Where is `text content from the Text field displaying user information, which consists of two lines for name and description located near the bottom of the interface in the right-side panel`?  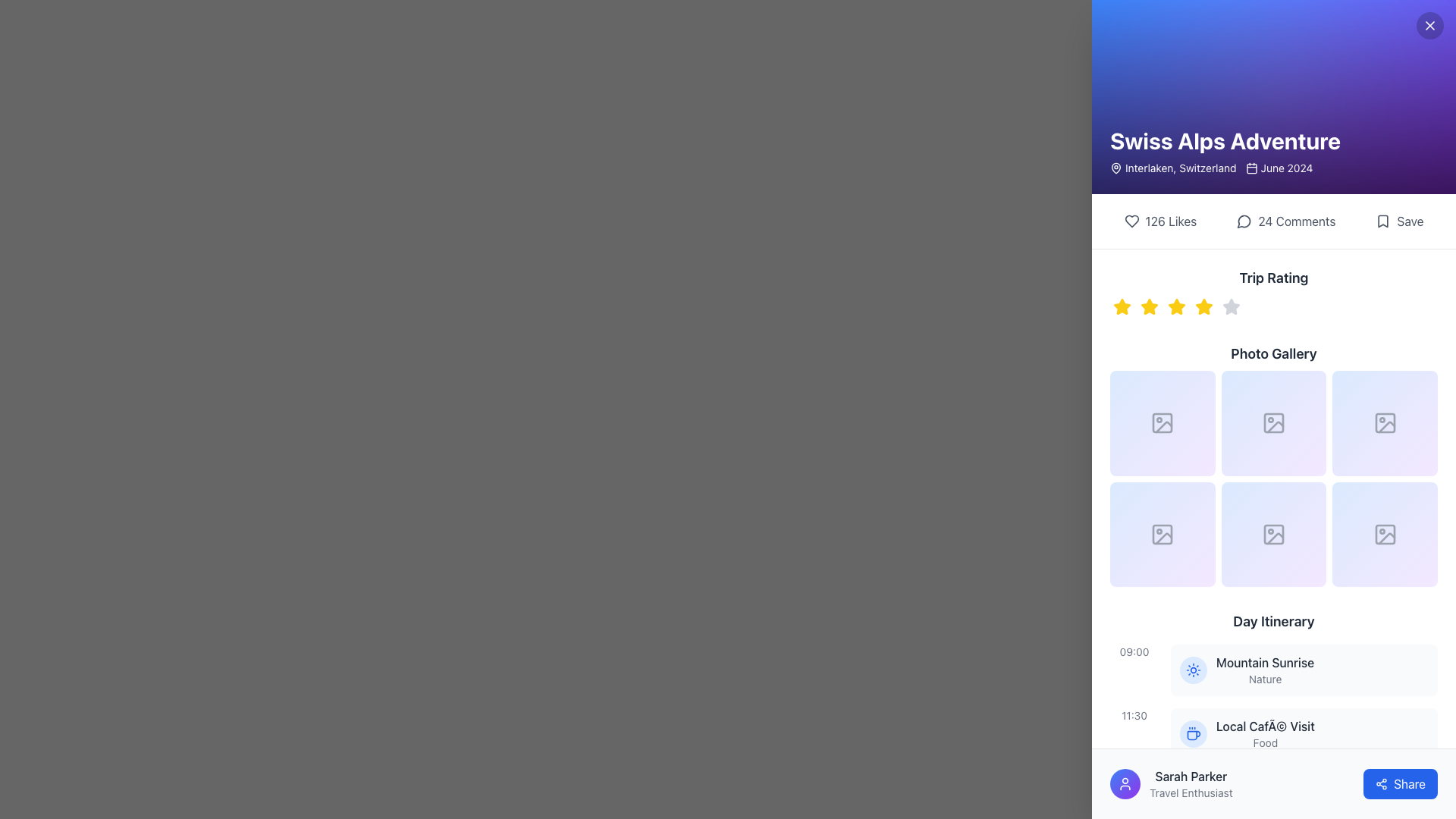
text content from the Text field displaying user information, which consists of two lines for name and description located near the bottom of the interface in the right-side panel is located at coordinates (1190, 783).